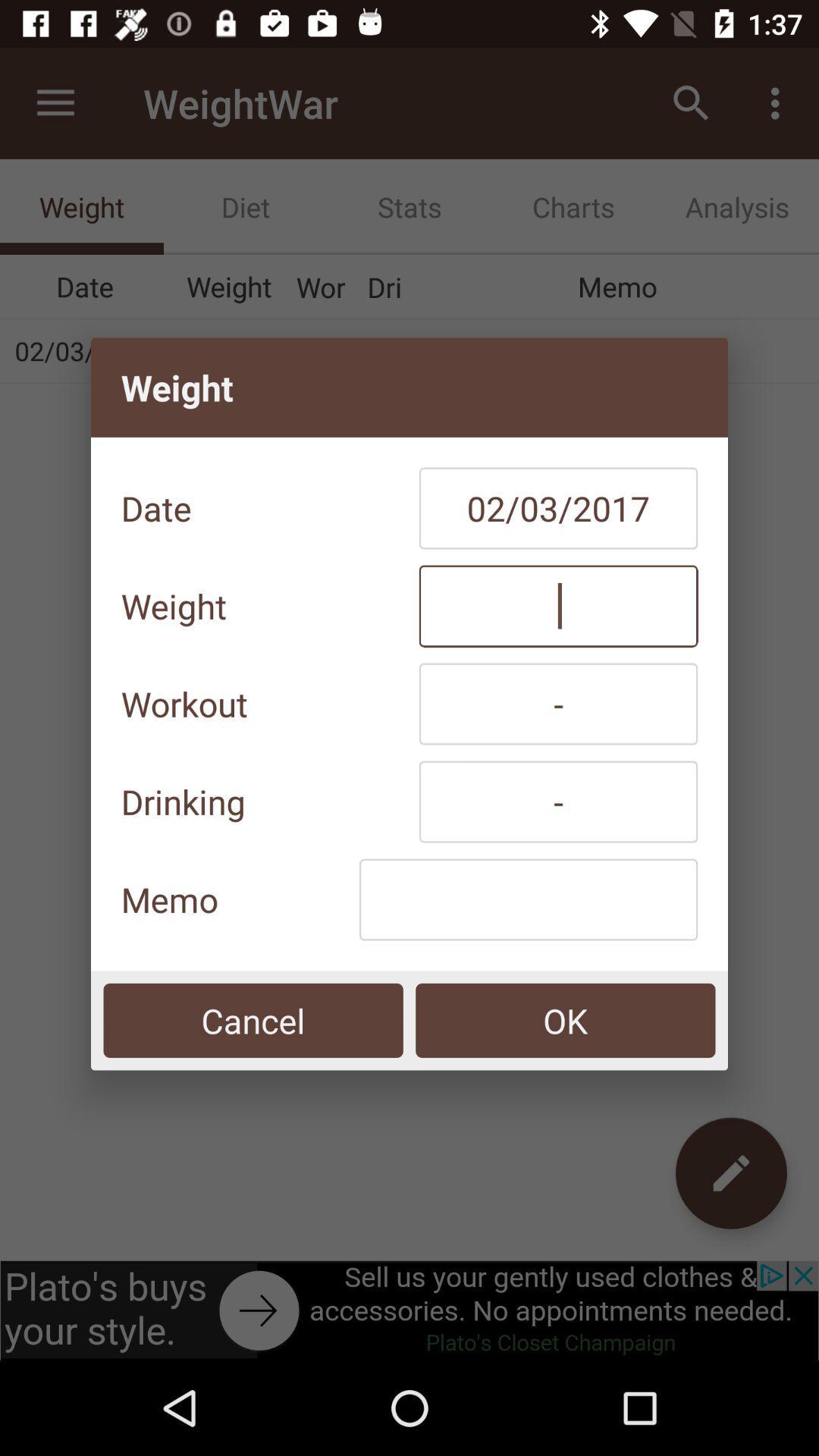 The width and height of the screenshot is (819, 1456). I want to click on item above weight icon, so click(558, 508).